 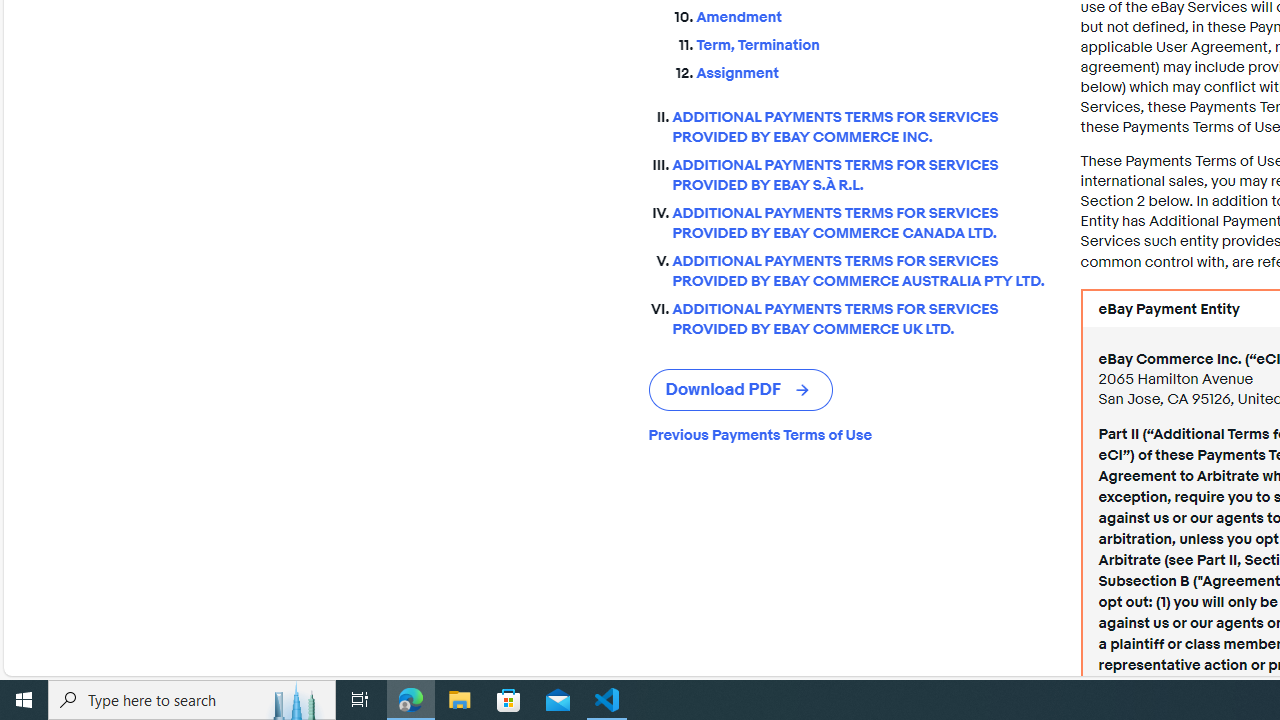 I want to click on 'Assignment', so click(x=872, y=72).